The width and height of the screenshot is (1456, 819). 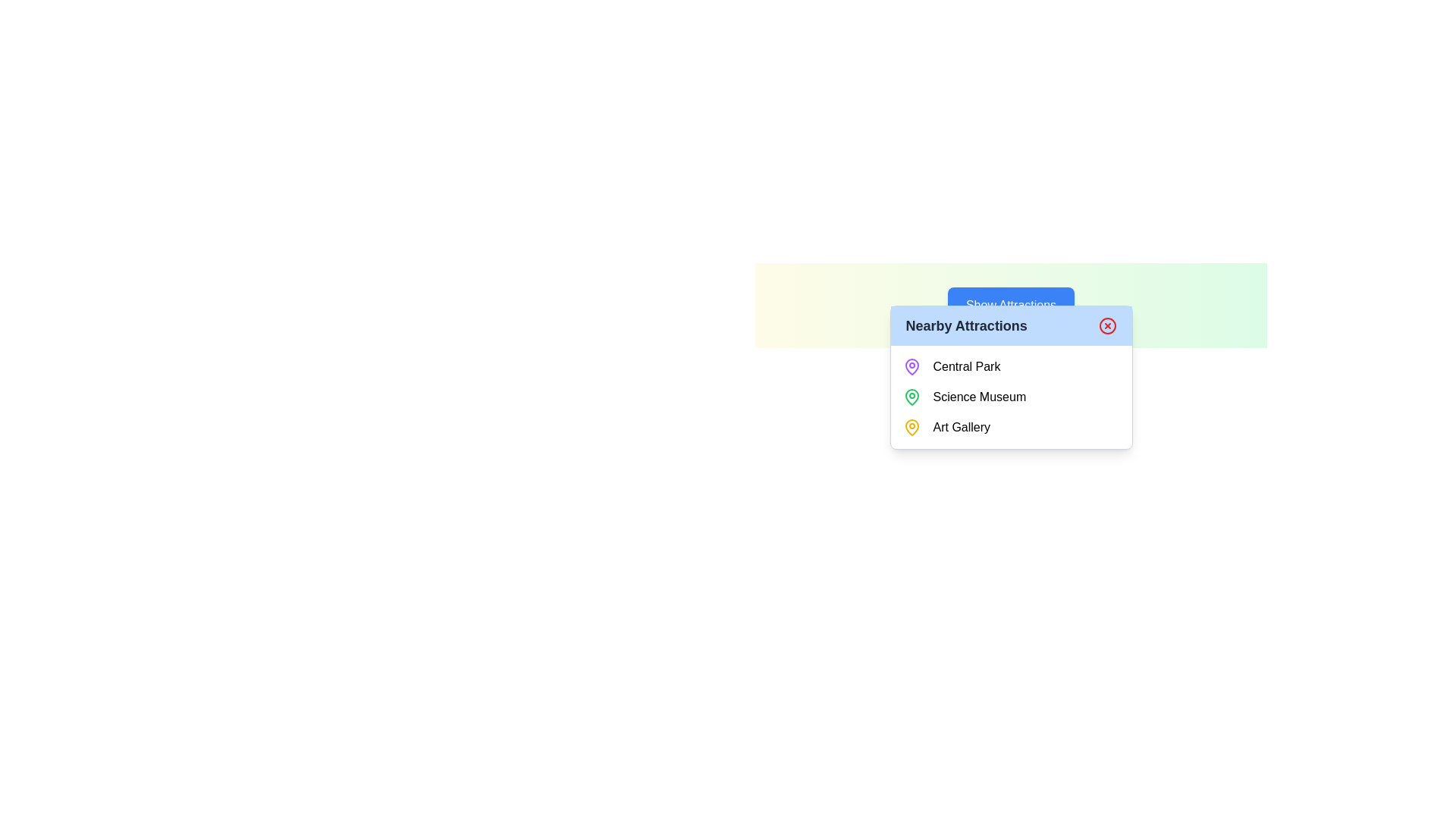 I want to click on the close button located in the top-right corner of the 'Nearby Attractions' pop-up panel, so click(x=1107, y=325).